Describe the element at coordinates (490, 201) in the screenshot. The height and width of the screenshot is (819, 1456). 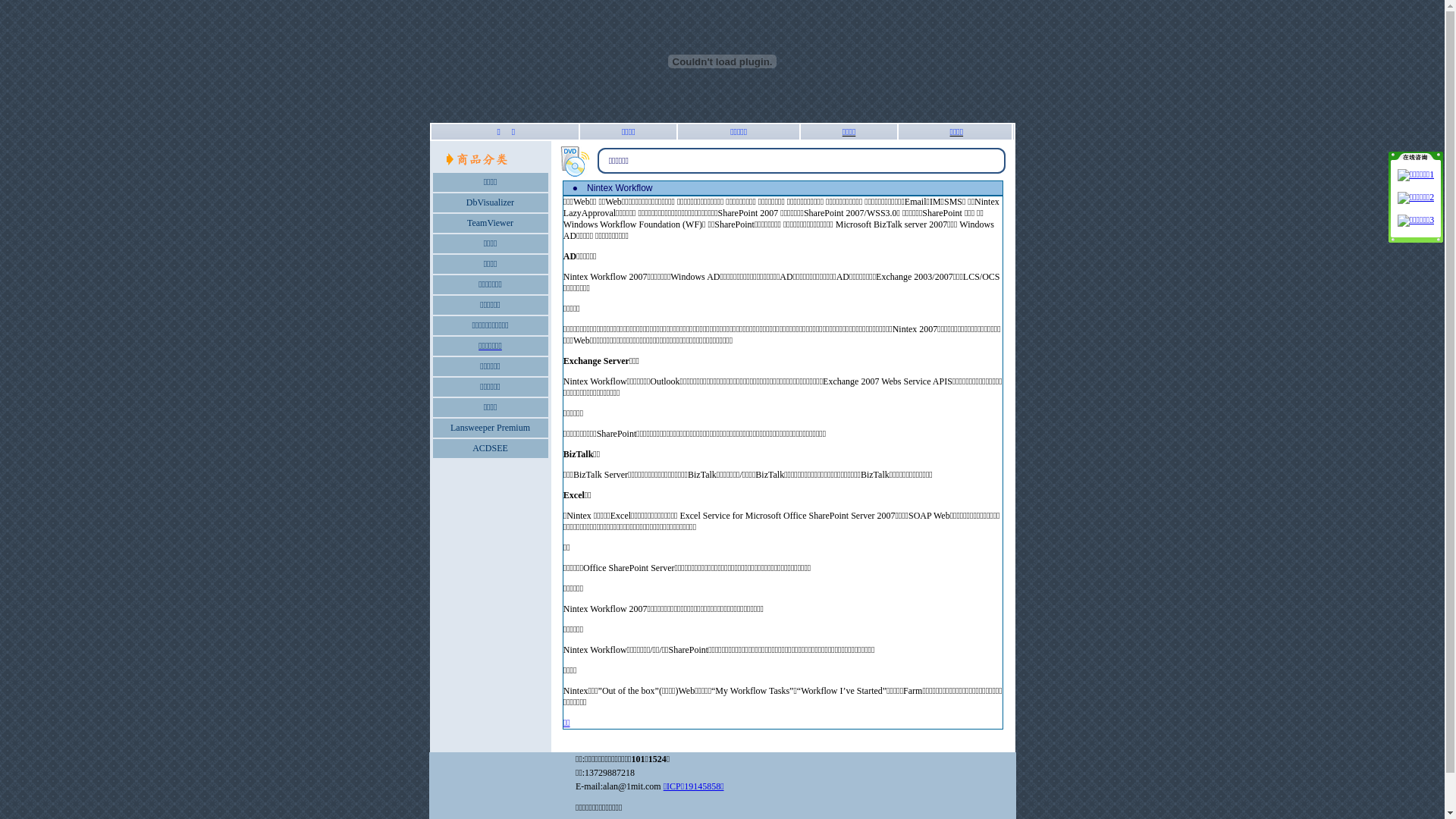
I see `'DbVisualizer'` at that location.